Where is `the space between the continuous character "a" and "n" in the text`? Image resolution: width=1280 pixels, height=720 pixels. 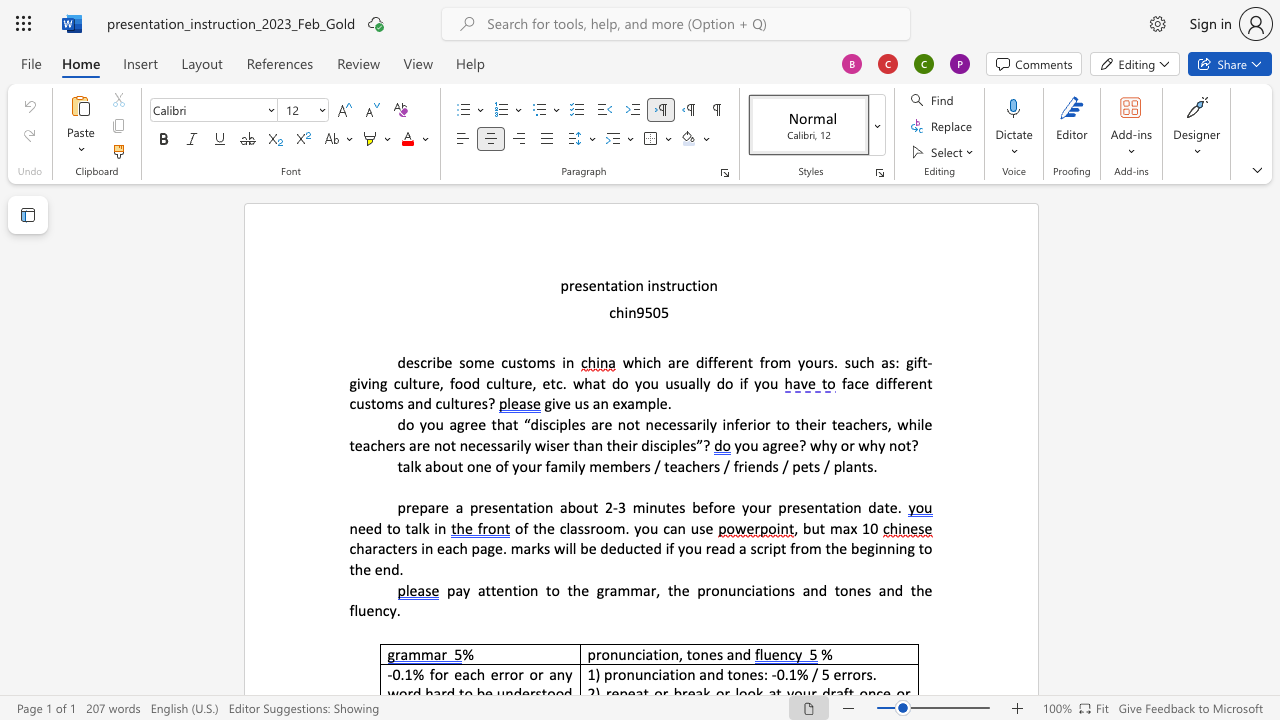
the space between the continuous character "a" and "n" in the text is located at coordinates (599, 403).